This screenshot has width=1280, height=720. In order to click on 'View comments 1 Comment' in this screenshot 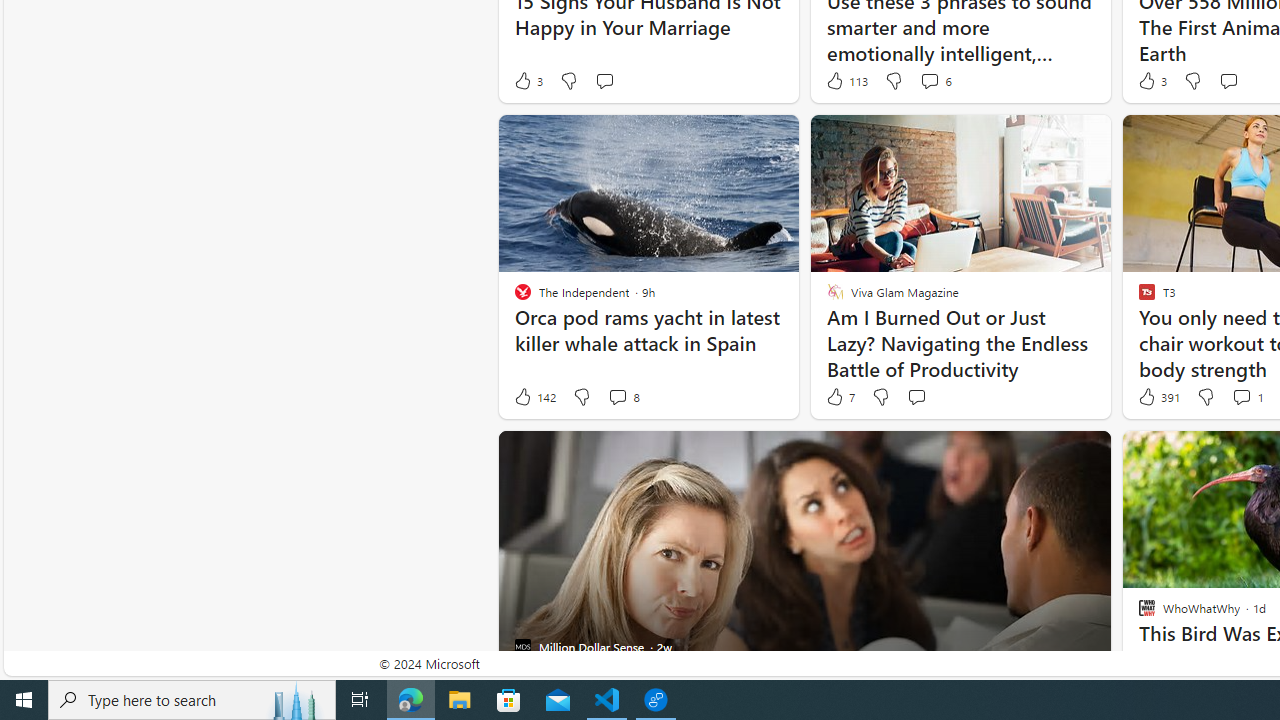, I will do `click(1240, 397)`.